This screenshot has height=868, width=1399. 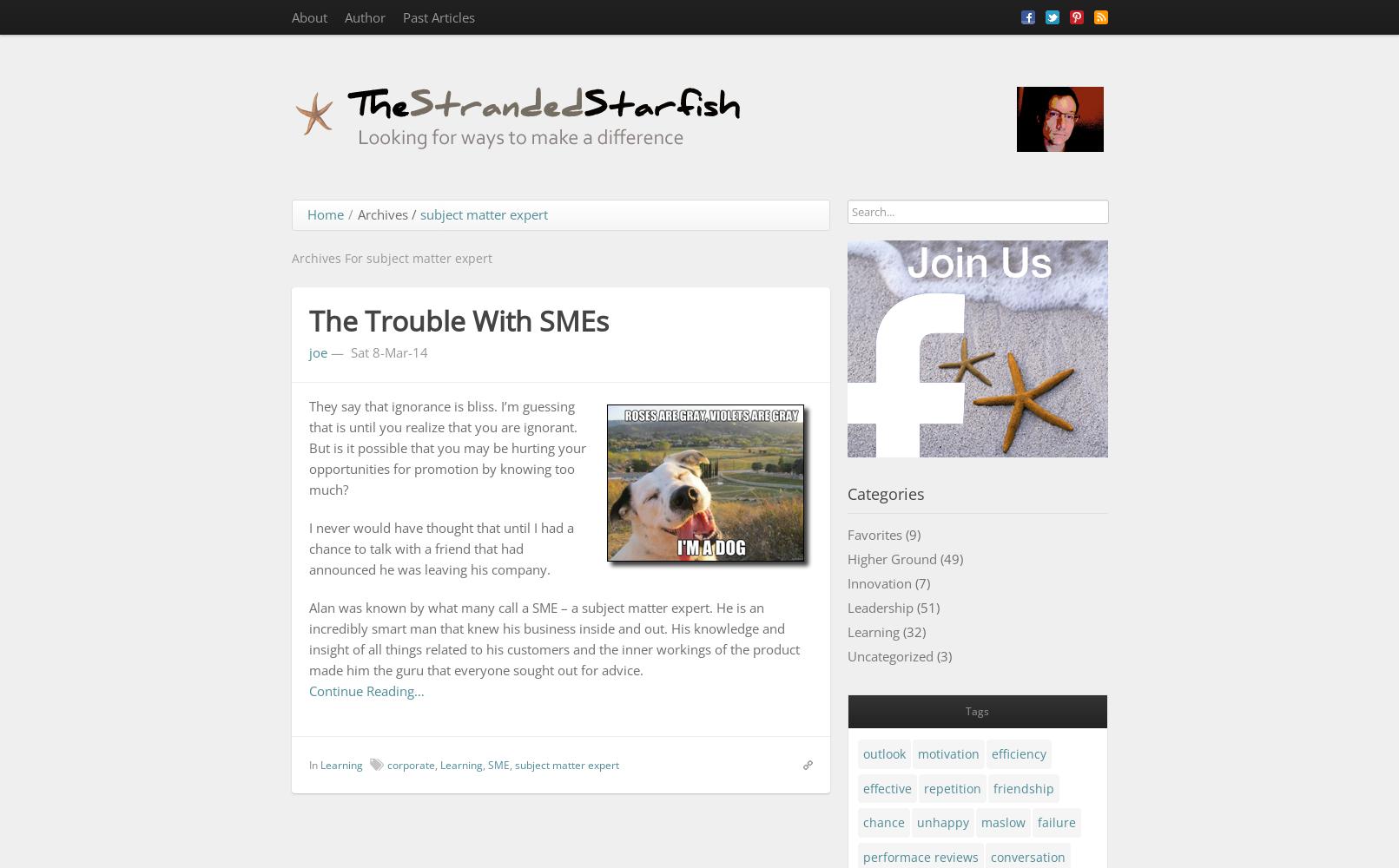 What do you see at coordinates (1018, 753) in the screenshot?
I see `'efficiency'` at bounding box center [1018, 753].